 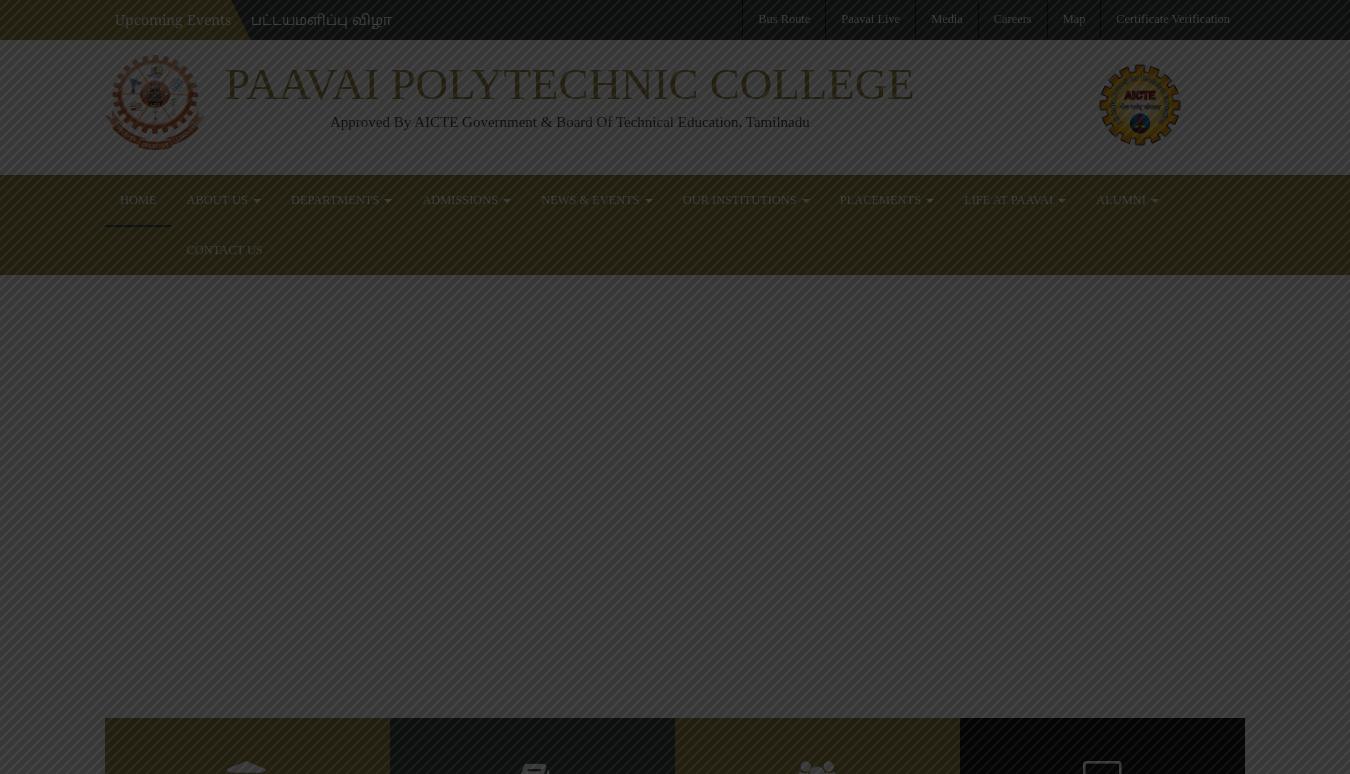 I want to click on 'Paavai Polytechnic Students won First place in Basket Ball tournament', so click(x=1081, y=259).